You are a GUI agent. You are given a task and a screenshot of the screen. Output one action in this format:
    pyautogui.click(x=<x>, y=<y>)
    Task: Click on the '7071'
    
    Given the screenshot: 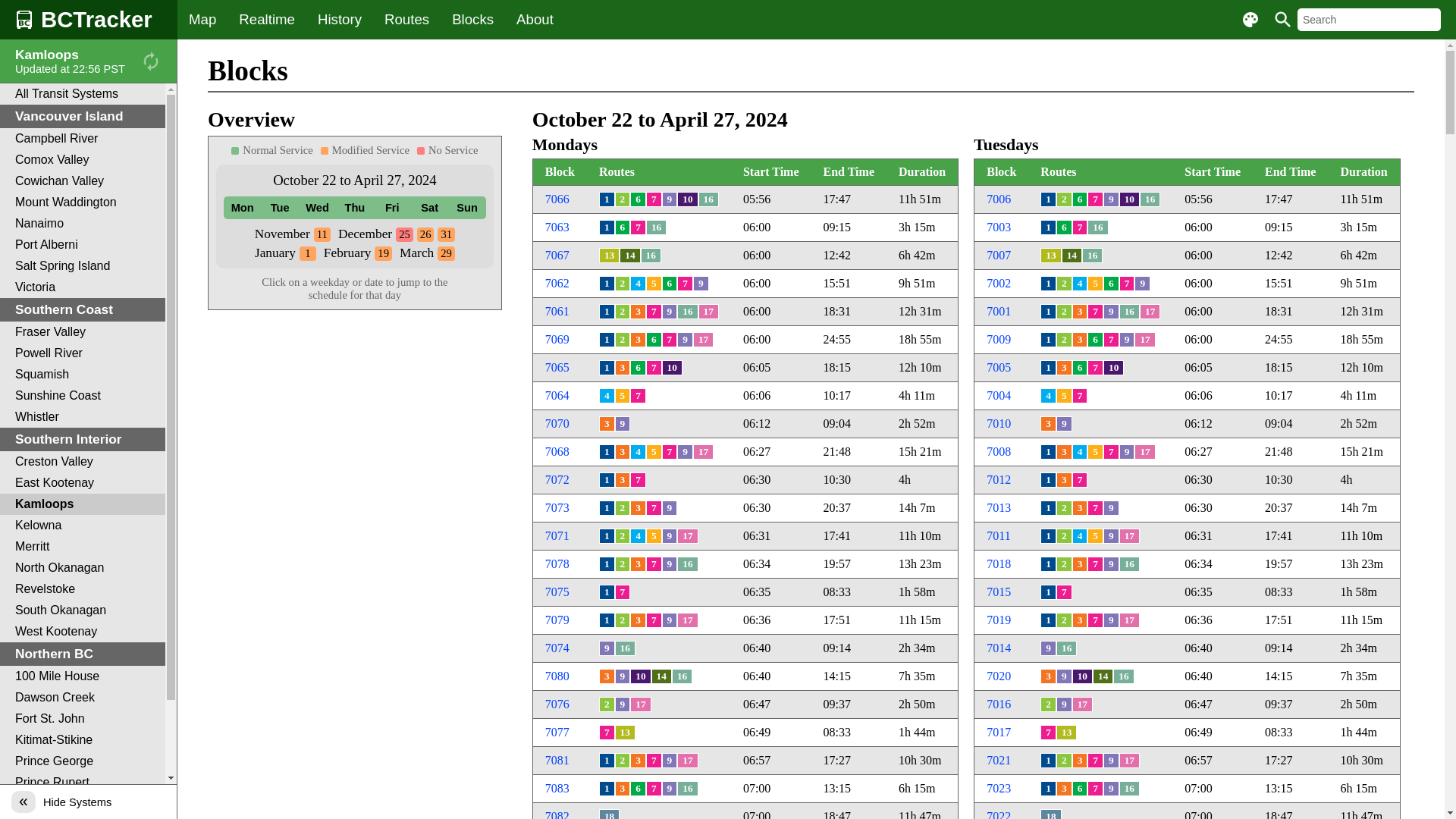 What is the action you would take?
    pyautogui.click(x=556, y=535)
    